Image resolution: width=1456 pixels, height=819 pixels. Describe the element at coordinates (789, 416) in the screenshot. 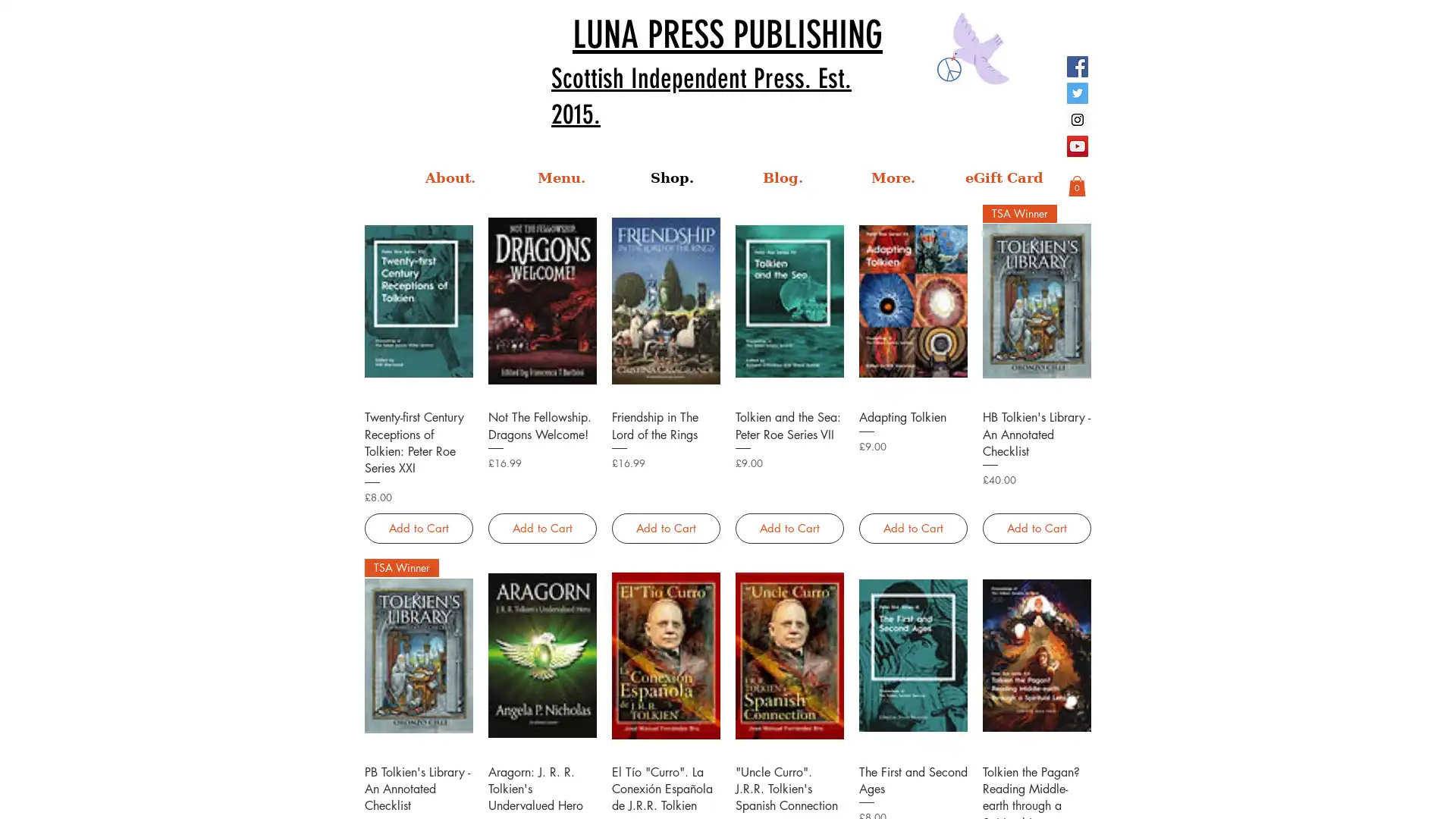

I see `Quick View` at that location.